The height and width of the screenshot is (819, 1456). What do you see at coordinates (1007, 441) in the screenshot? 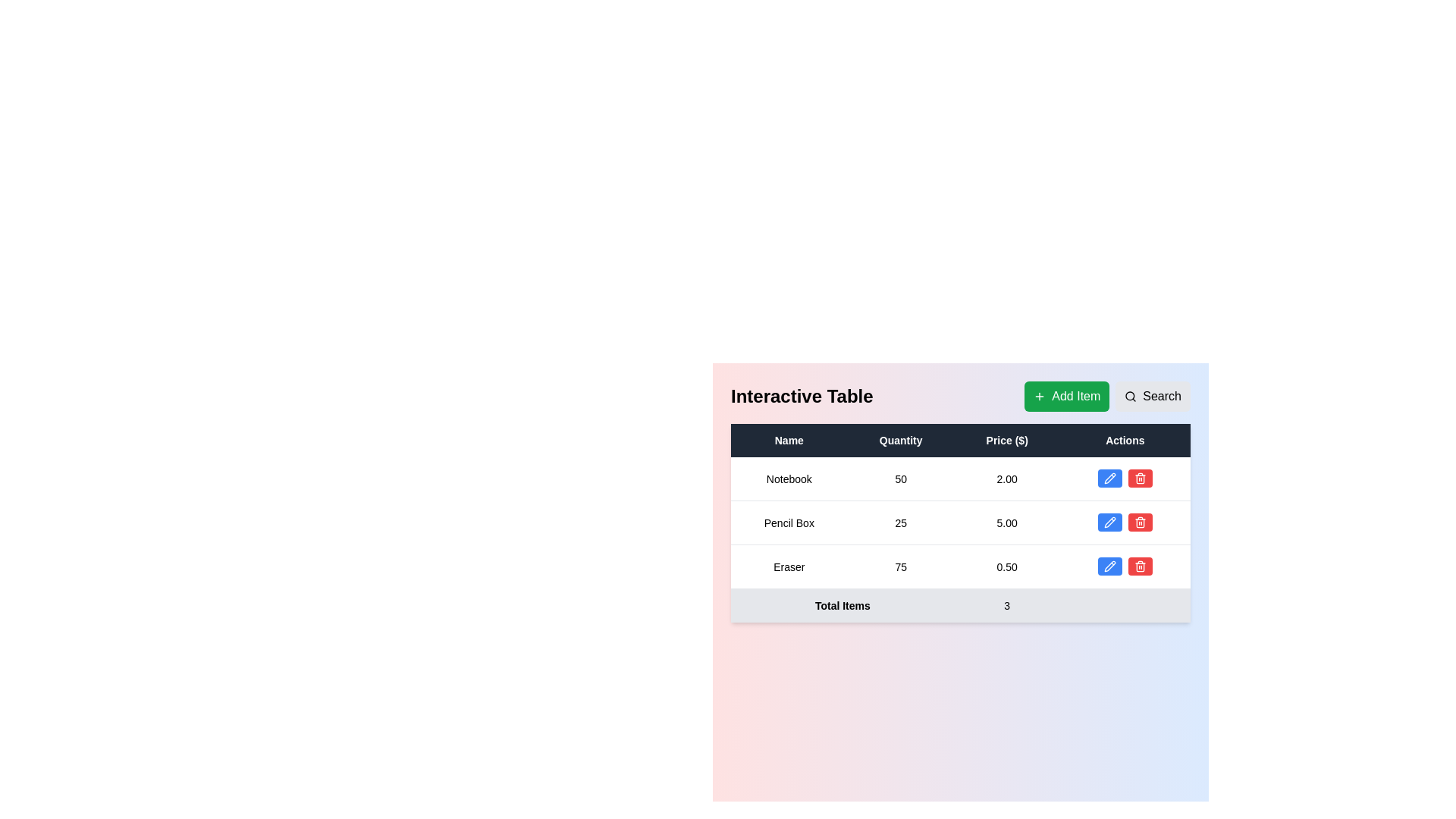
I see `the third column header in the table, which indicates prices measured in dollars, located between the 'Quantity' and 'Actions' columns` at bounding box center [1007, 441].